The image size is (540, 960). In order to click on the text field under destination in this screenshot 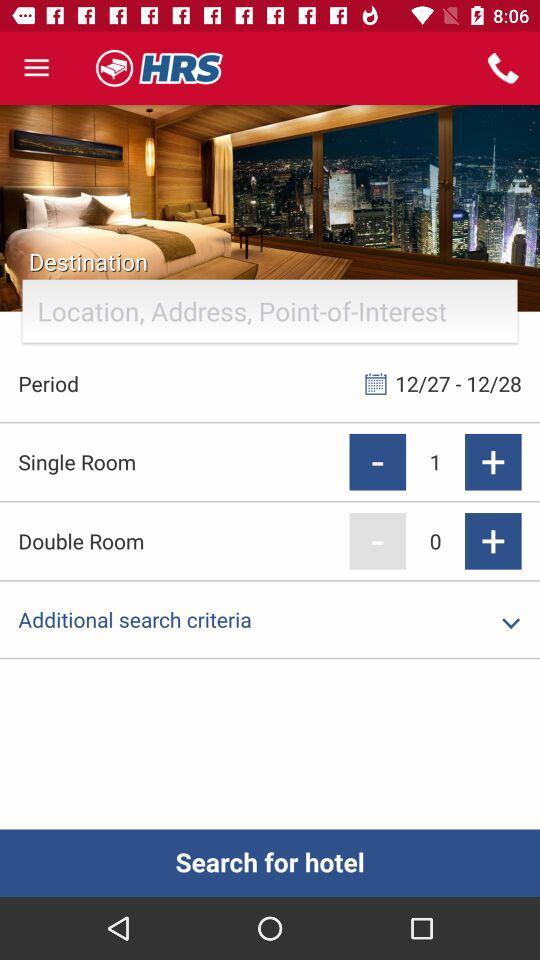, I will do `click(270, 312)`.